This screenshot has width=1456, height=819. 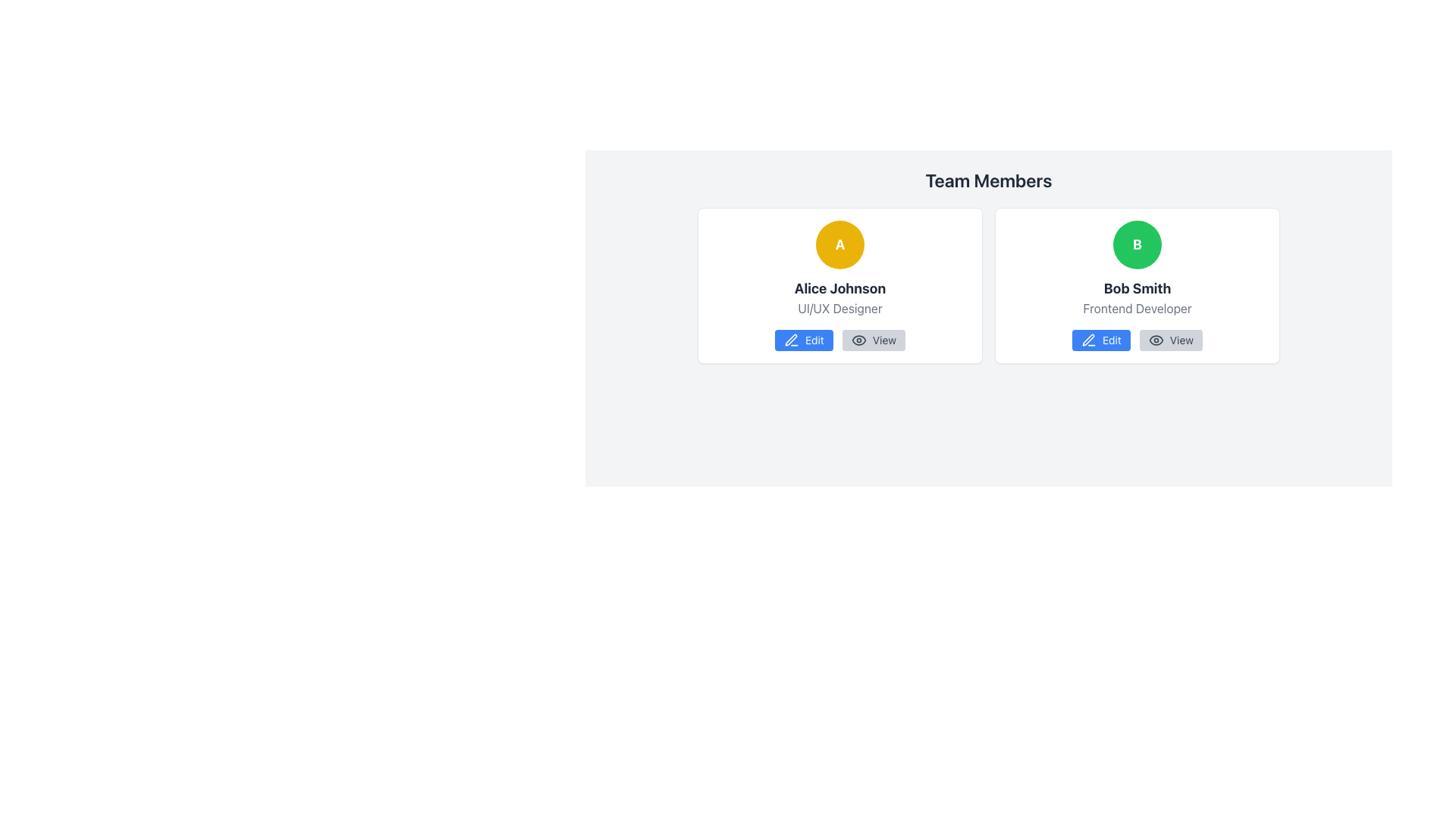 I want to click on the static label displaying 'UI/UX Designer' in gray font, which is located beneath the name 'Alice Johnson' within the first card of team member information, so click(x=839, y=308).